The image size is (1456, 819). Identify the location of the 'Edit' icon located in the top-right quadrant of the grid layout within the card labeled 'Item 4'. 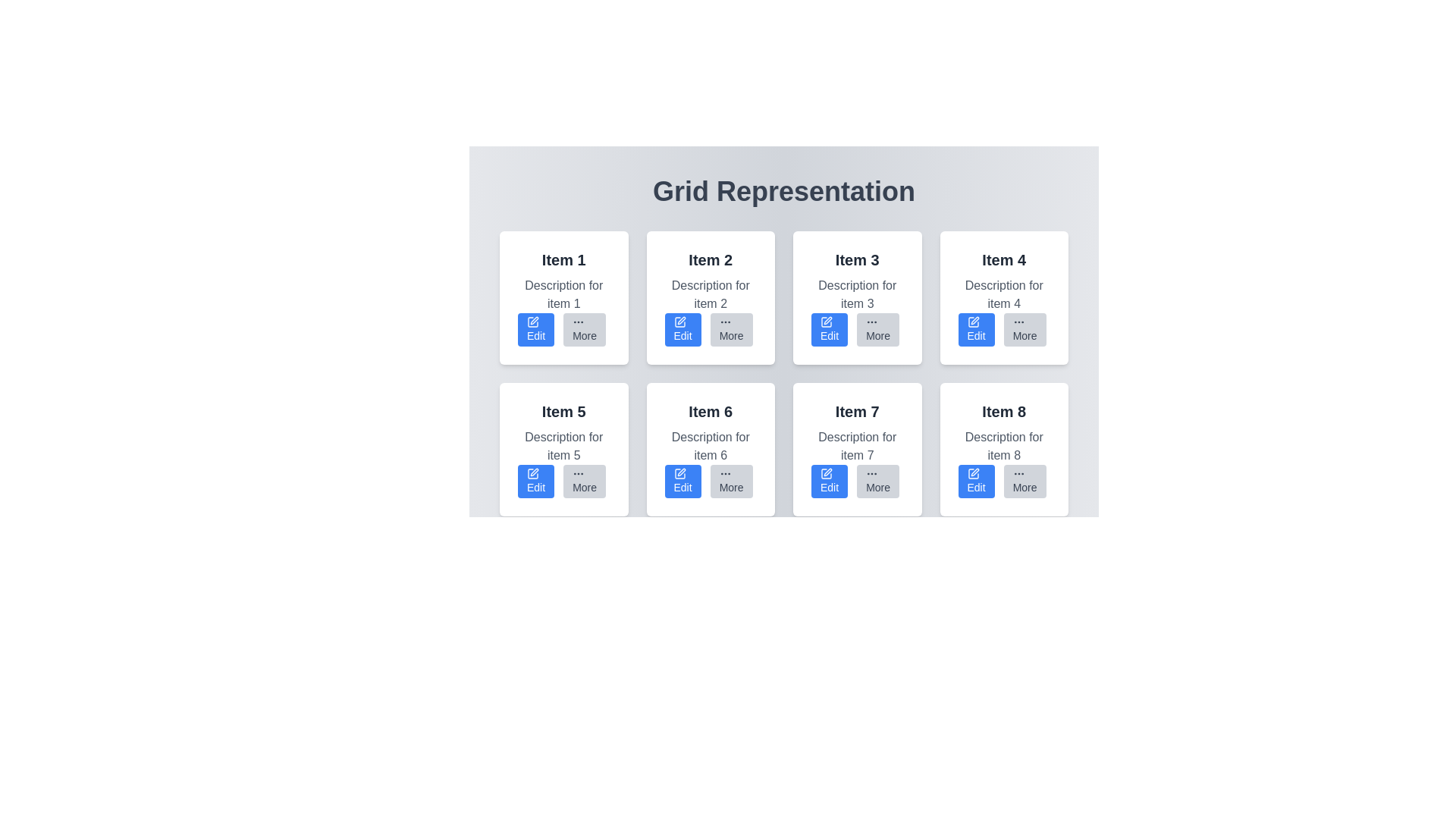
(973, 321).